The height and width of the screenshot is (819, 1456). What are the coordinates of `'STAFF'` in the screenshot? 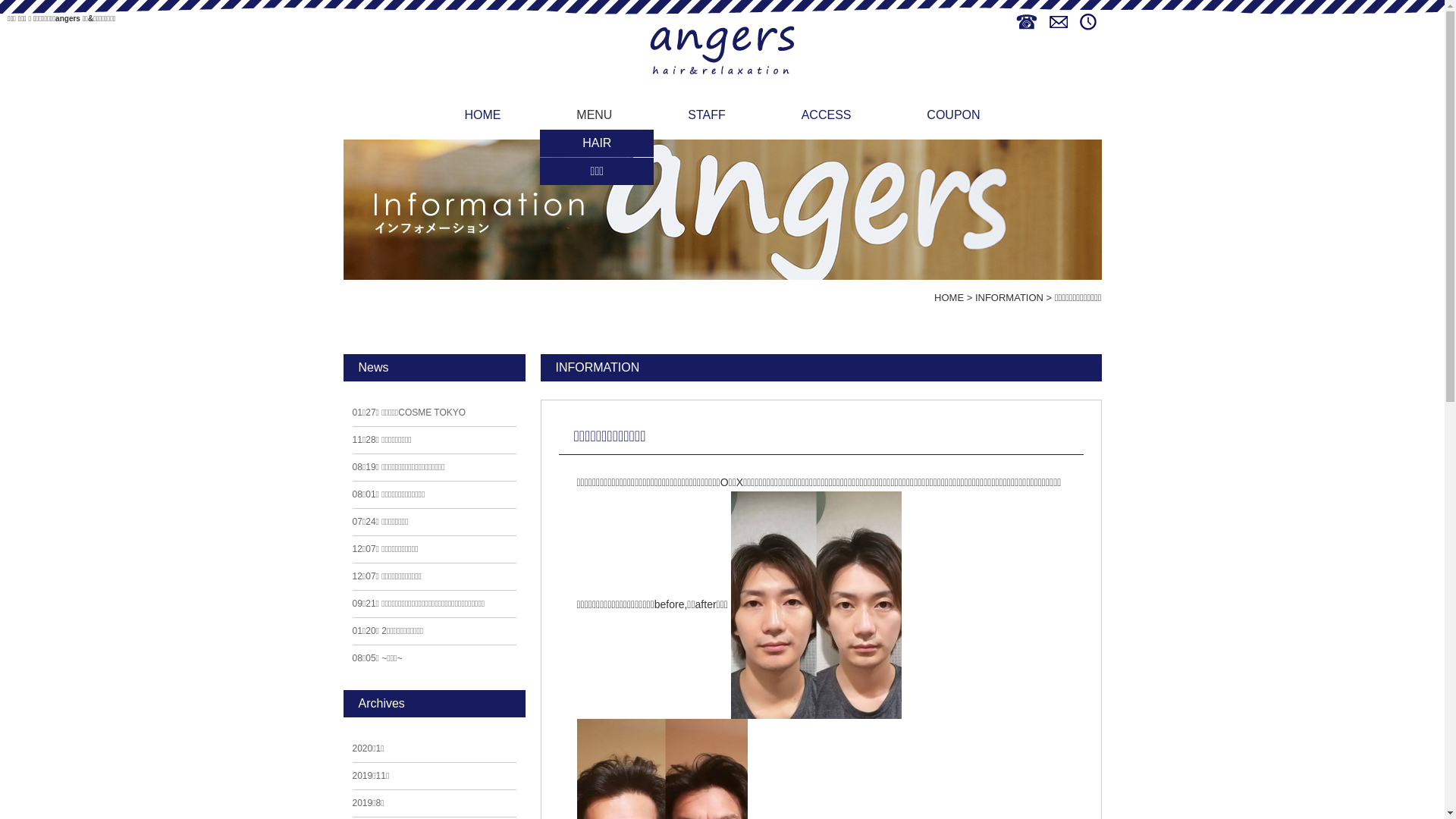 It's located at (687, 114).